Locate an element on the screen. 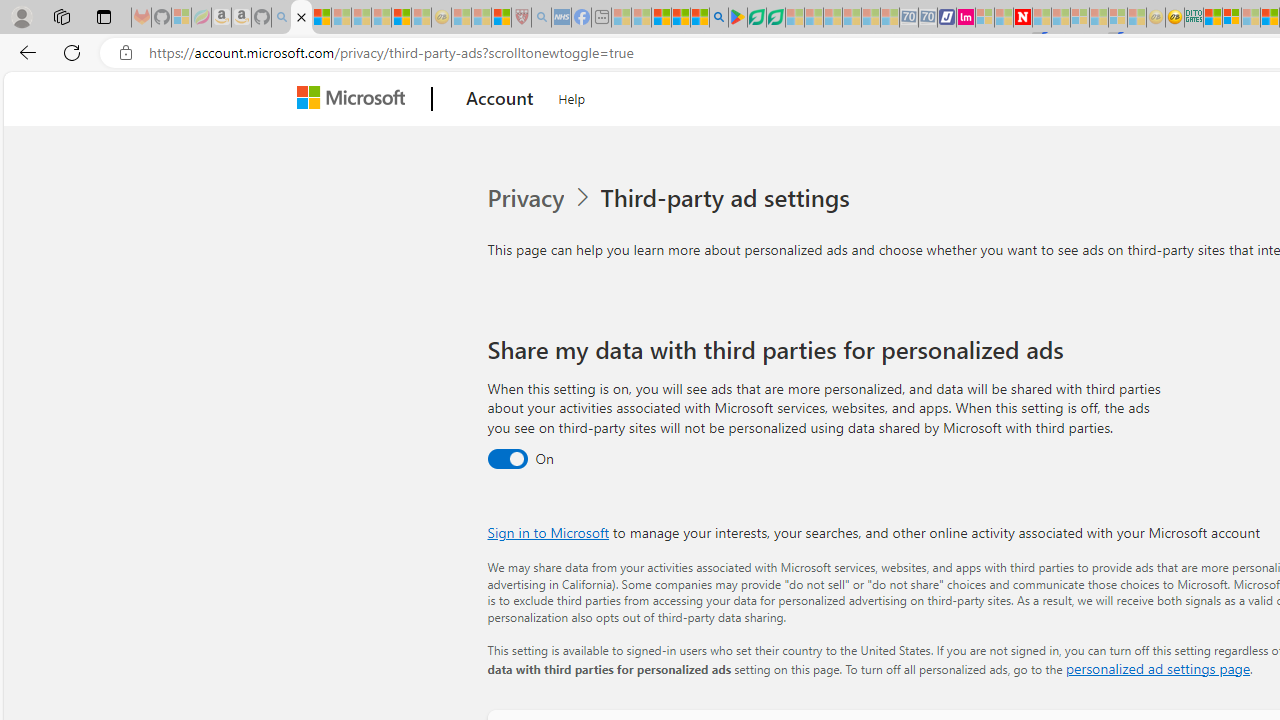  'Pets - MSN' is located at coordinates (680, 17).